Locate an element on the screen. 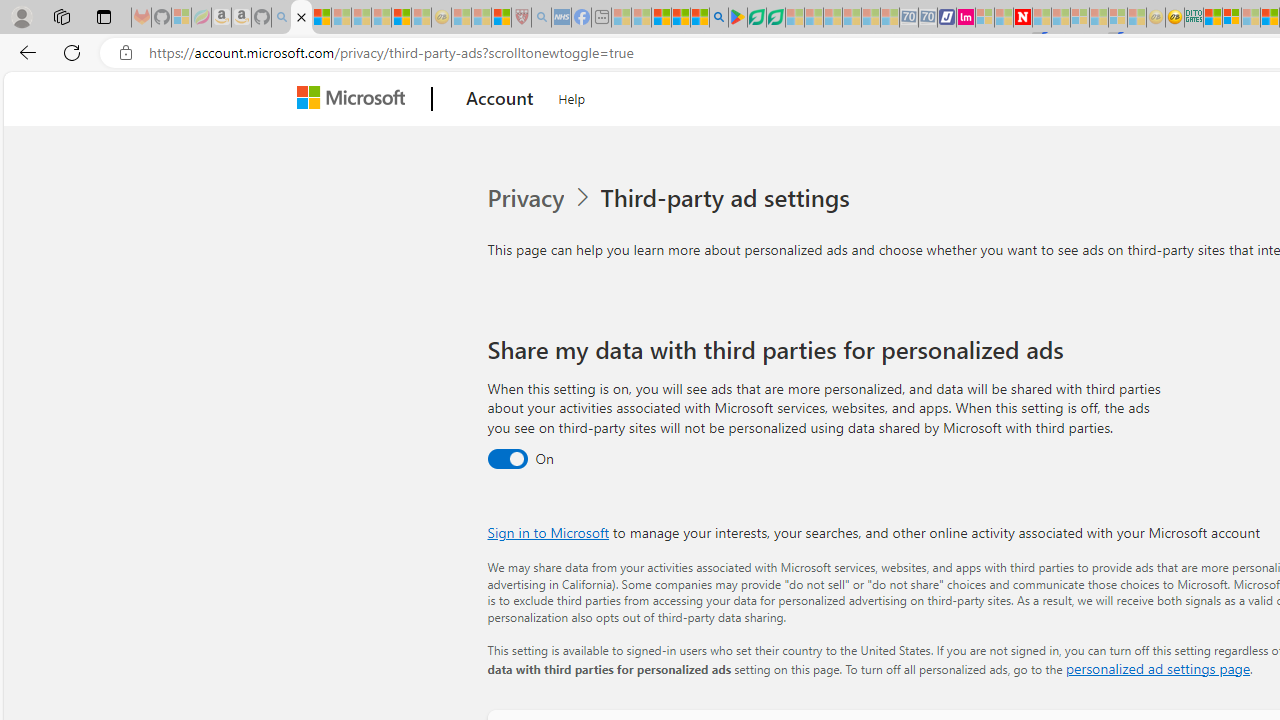  'Pets - MSN' is located at coordinates (680, 17).